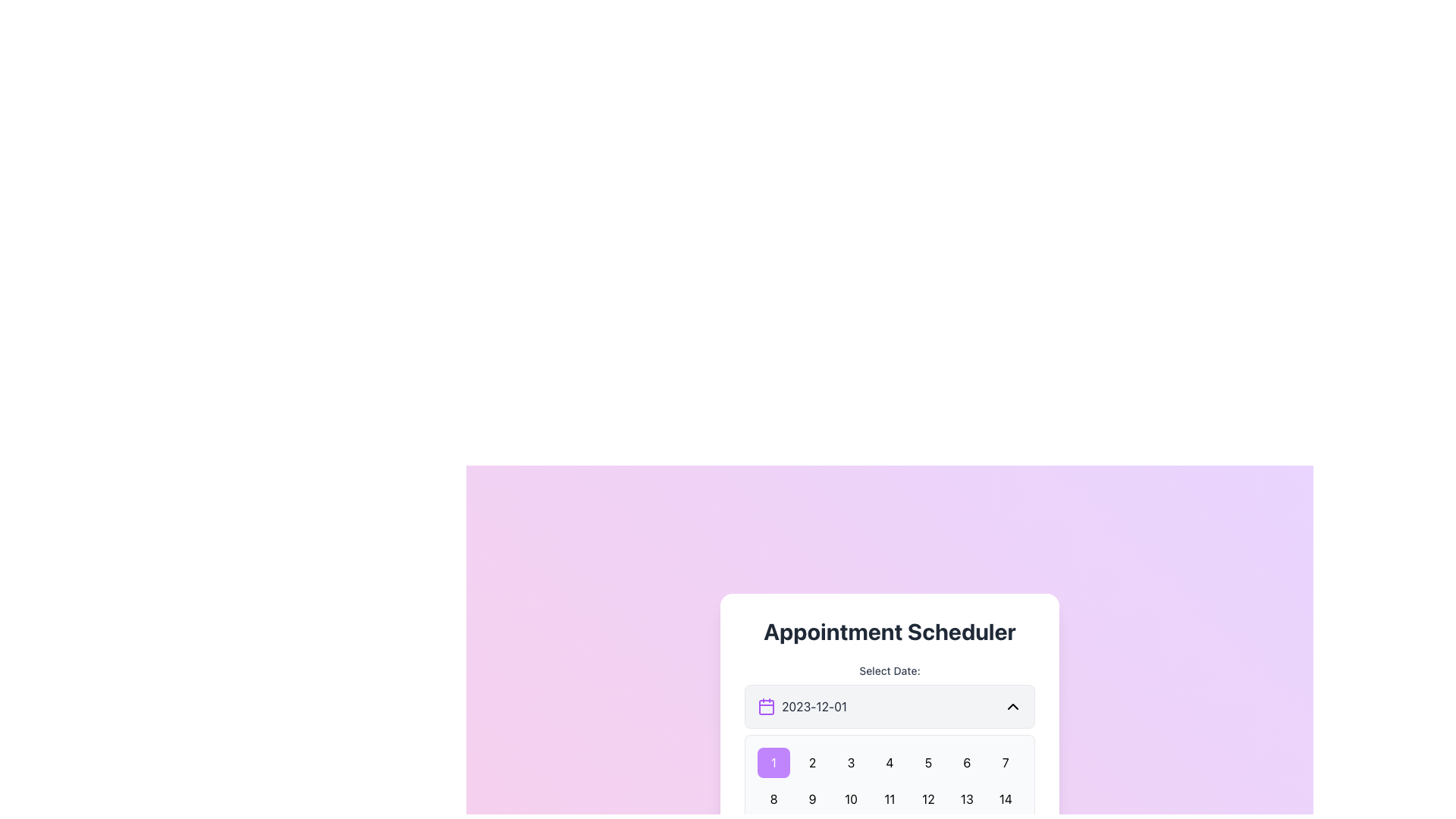 This screenshot has width=1456, height=819. What do you see at coordinates (851, 799) in the screenshot?
I see `the button labeled '10' in the third column of the second row of the calendar interface` at bounding box center [851, 799].